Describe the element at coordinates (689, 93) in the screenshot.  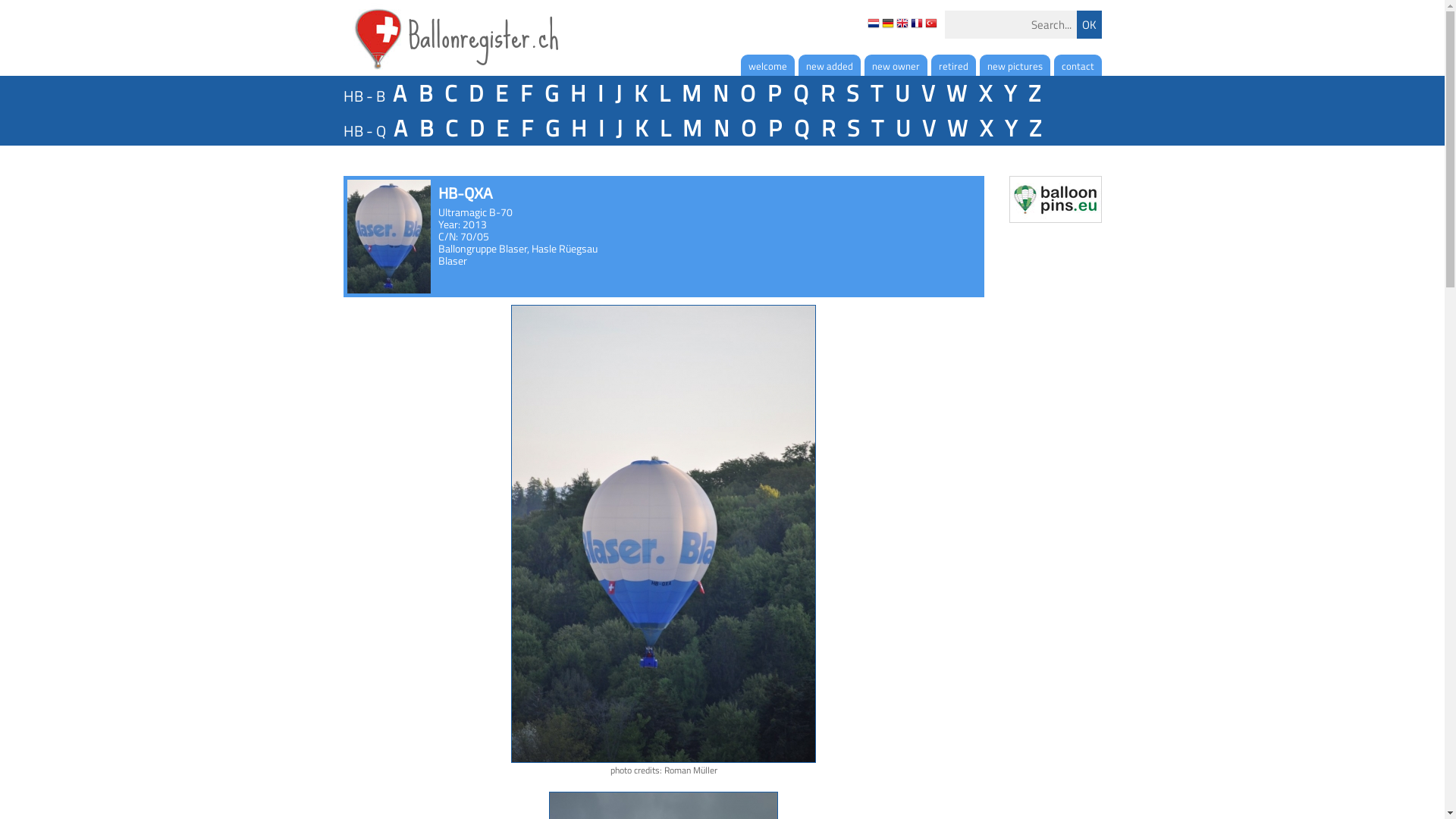
I see `'M'` at that location.